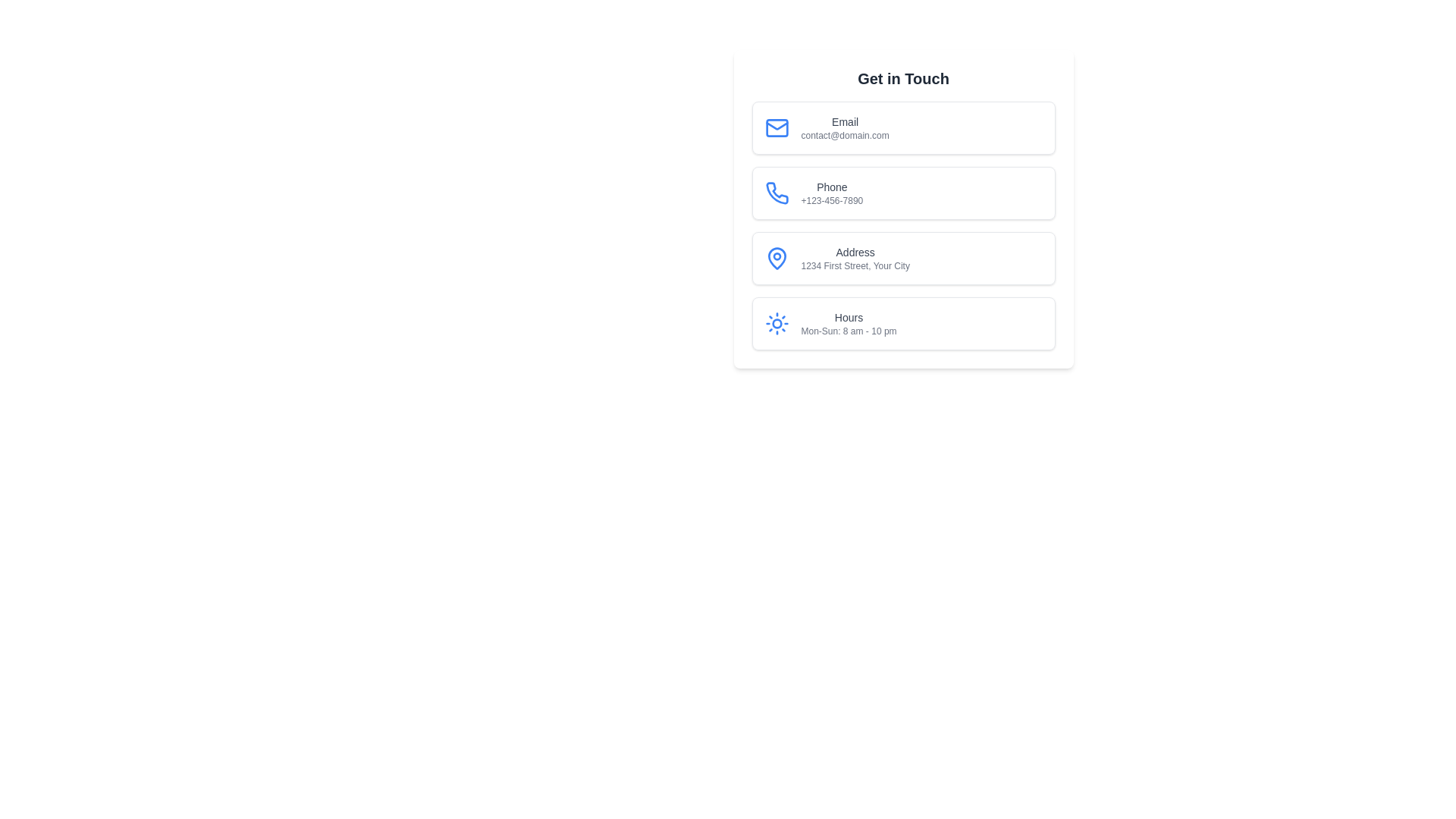  I want to click on the Information Card that displays contact details related to a phone number, located in the 'Get in Touch' panel, positioned between the Email and Address sections, so click(903, 209).